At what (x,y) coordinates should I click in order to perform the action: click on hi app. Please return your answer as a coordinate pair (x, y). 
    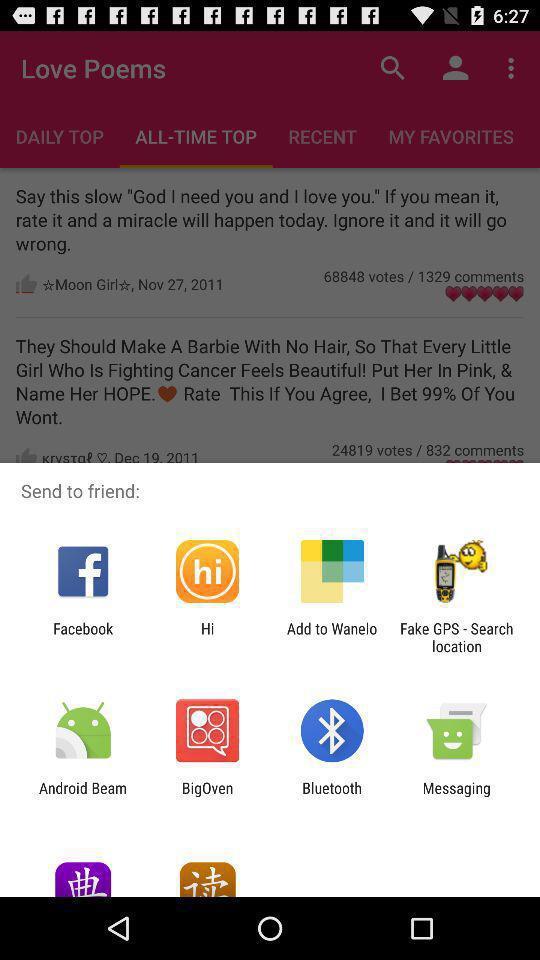
    Looking at the image, I should click on (206, 636).